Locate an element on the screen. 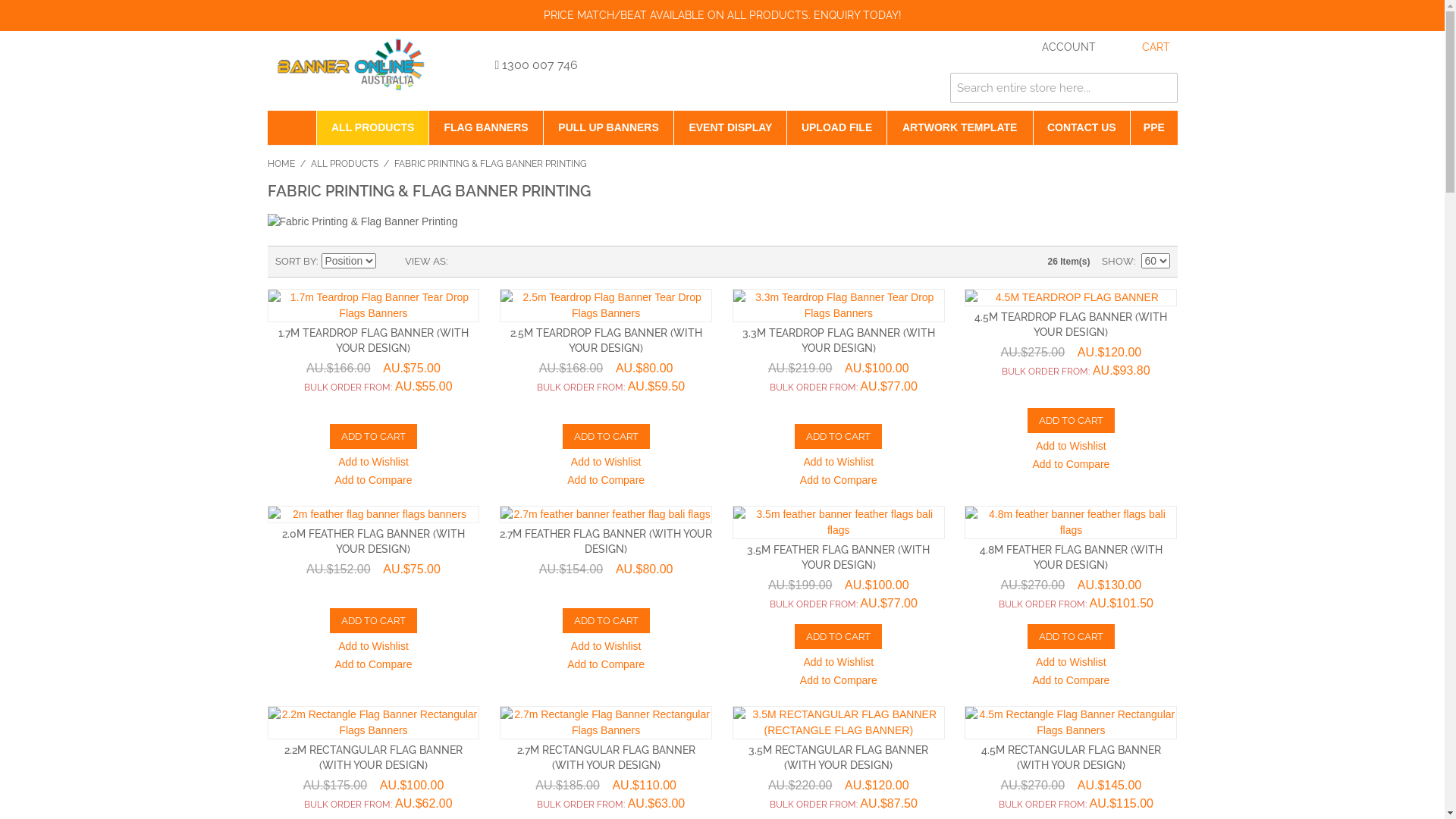 Image resolution: width=1456 pixels, height=819 pixels. '2.5M TEARDROP FLAG BANNER (WITH YOUR DESIGN)' is located at coordinates (605, 339).